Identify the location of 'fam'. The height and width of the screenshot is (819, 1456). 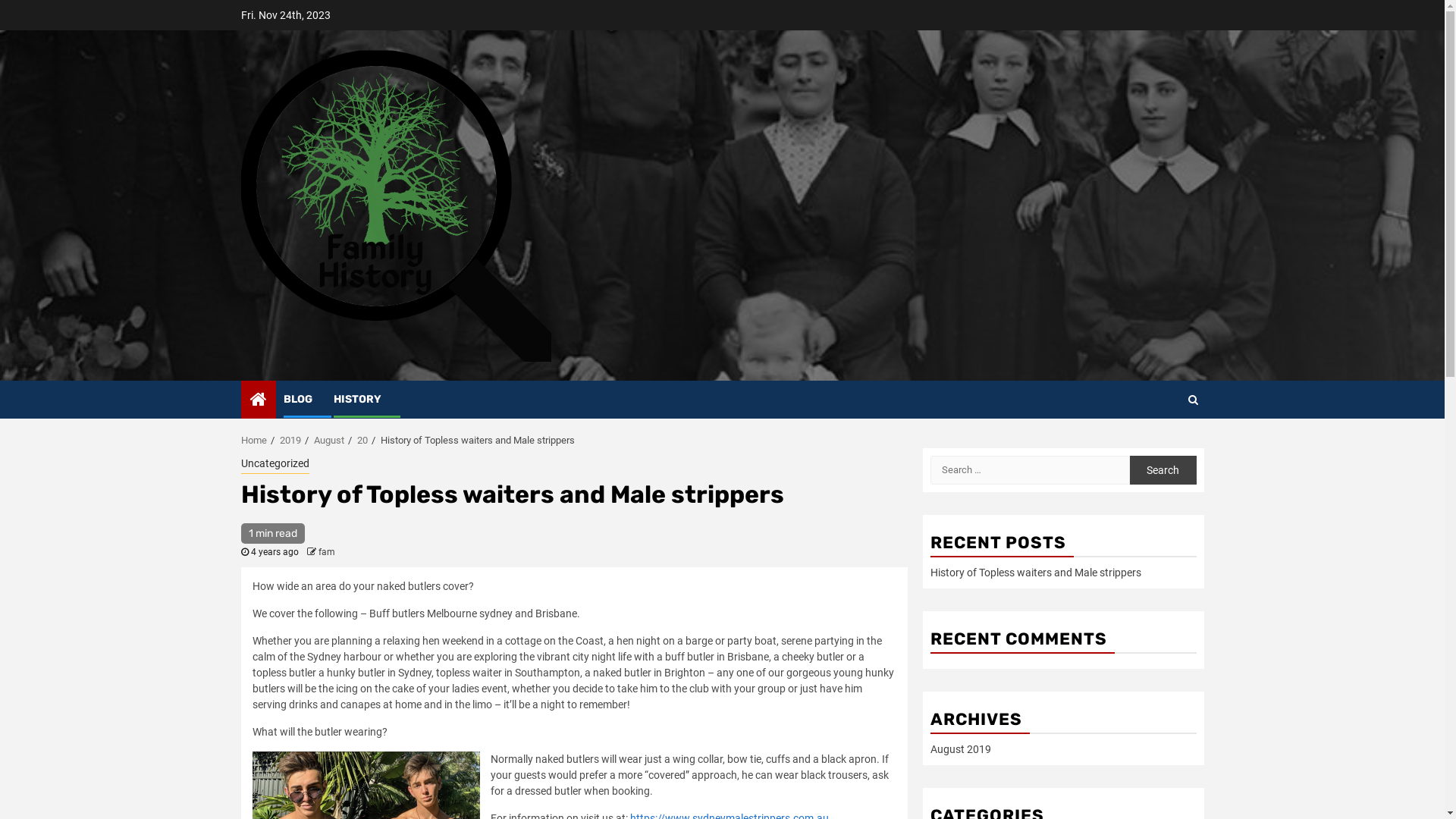
(326, 552).